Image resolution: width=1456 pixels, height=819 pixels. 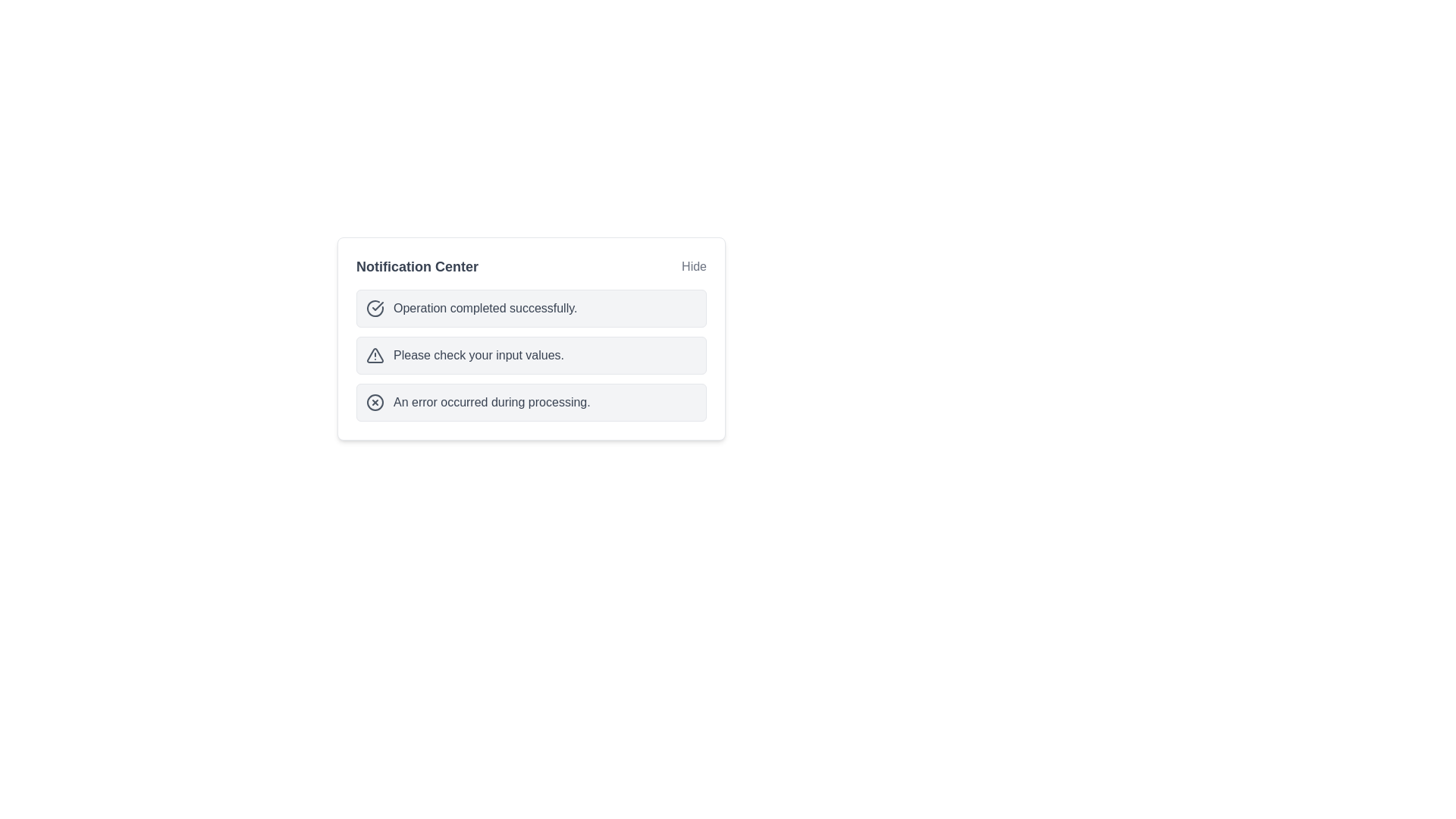 What do you see at coordinates (375, 402) in the screenshot?
I see `the error icon located to the left of the third notification line that indicates 'An error occurred during processing.'` at bounding box center [375, 402].